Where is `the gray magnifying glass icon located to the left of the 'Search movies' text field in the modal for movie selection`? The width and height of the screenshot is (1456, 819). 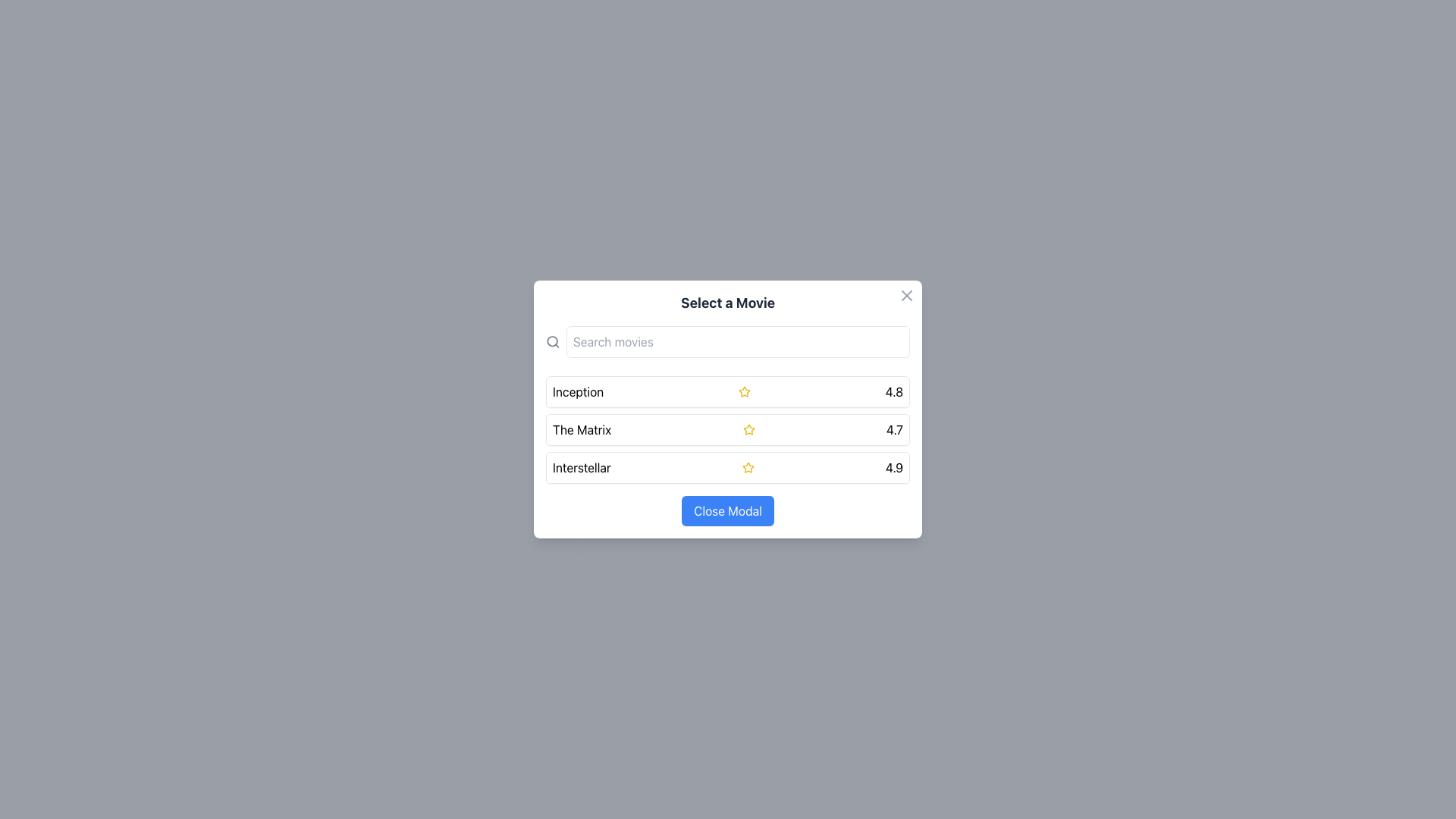 the gray magnifying glass icon located to the left of the 'Search movies' text field in the modal for movie selection is located at coordinates (552, 342).